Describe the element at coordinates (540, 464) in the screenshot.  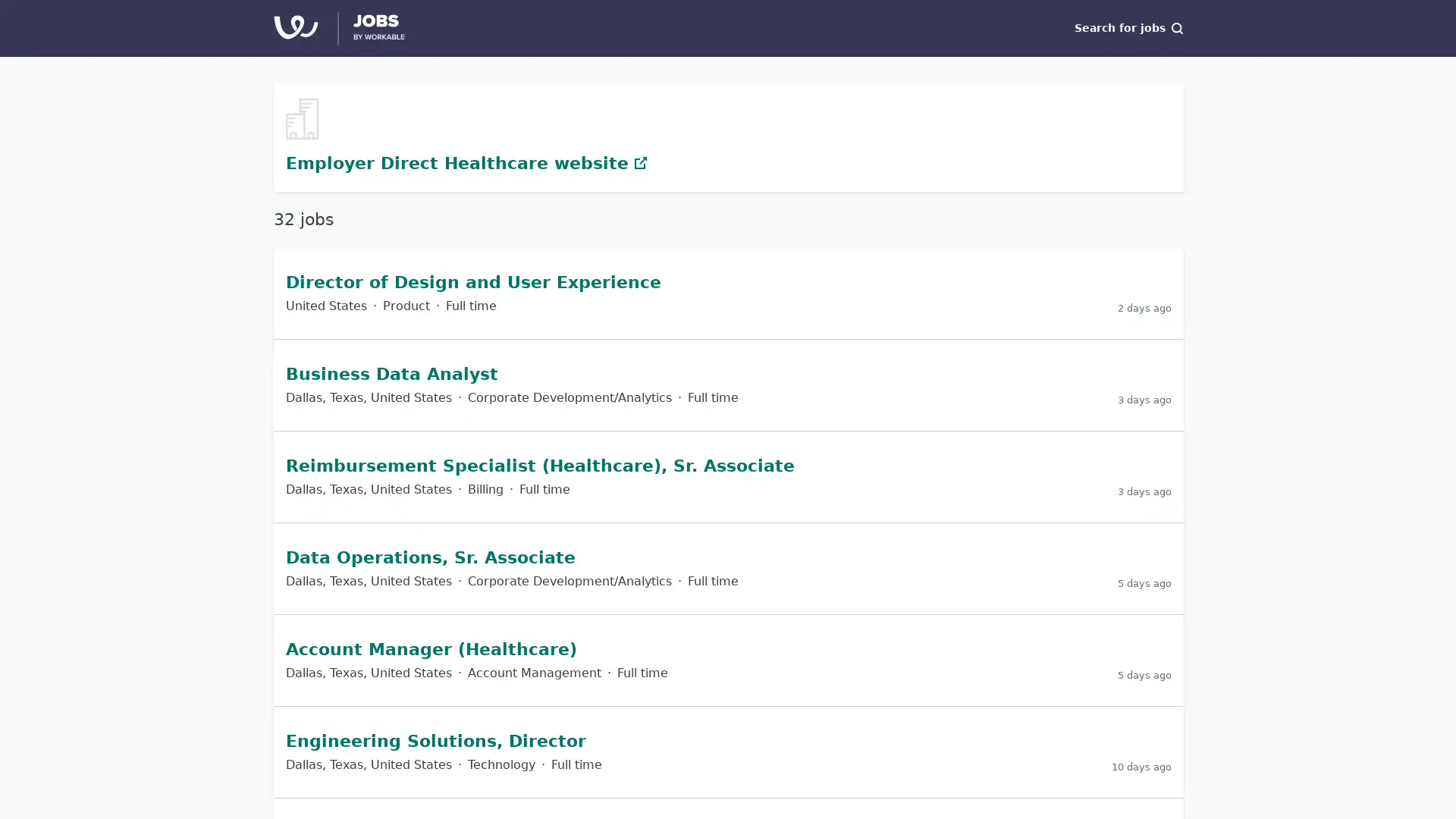
I see `Reimbursement Specialist (Healthcare), Sr. Associate` at that location.